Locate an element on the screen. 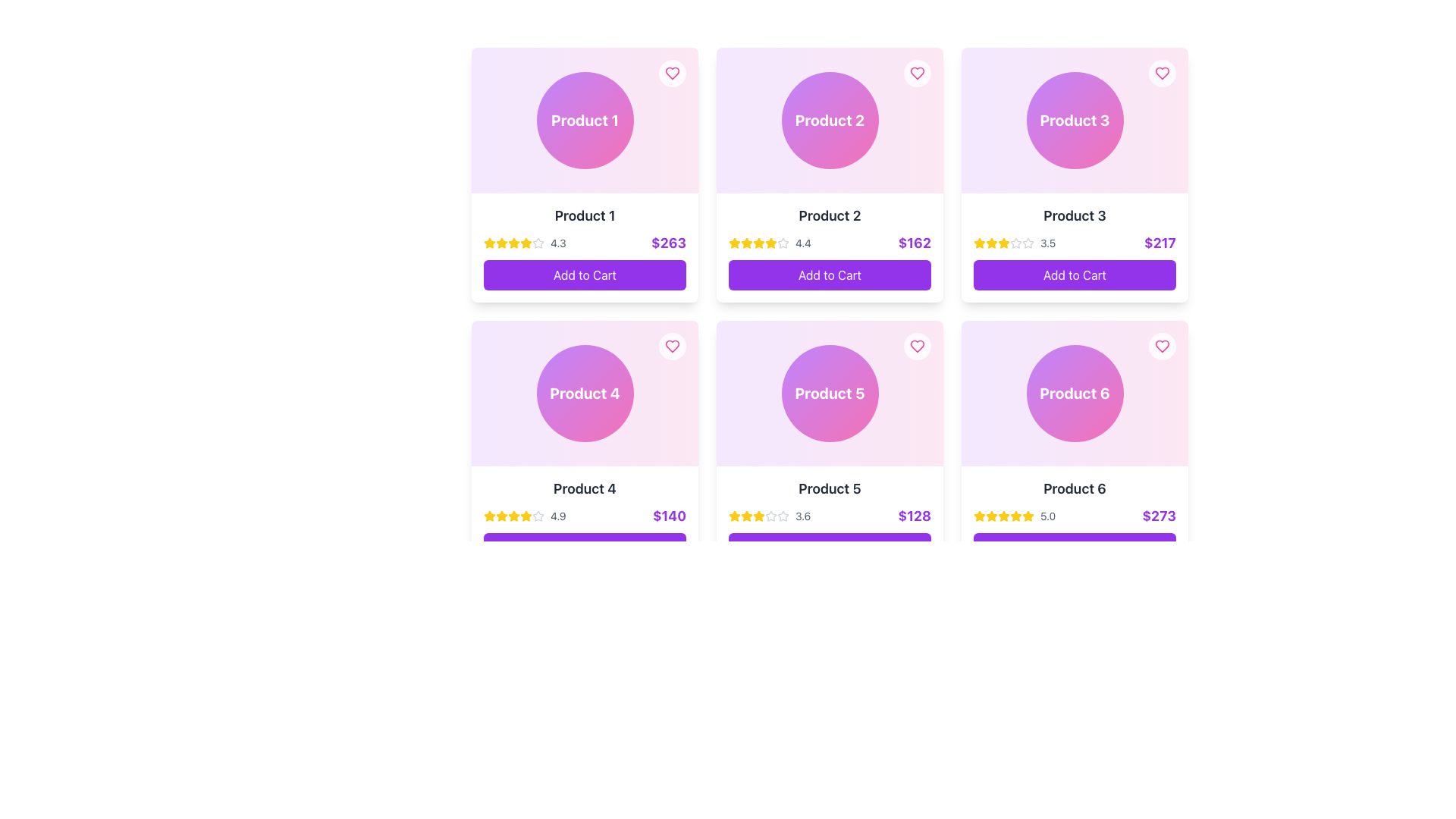  text element displaying '4.4' in light gray font, located below the product name and above the pricing in the card for 'Product 2', adjacent to the star rating icons is located at coordinates (802, 242).